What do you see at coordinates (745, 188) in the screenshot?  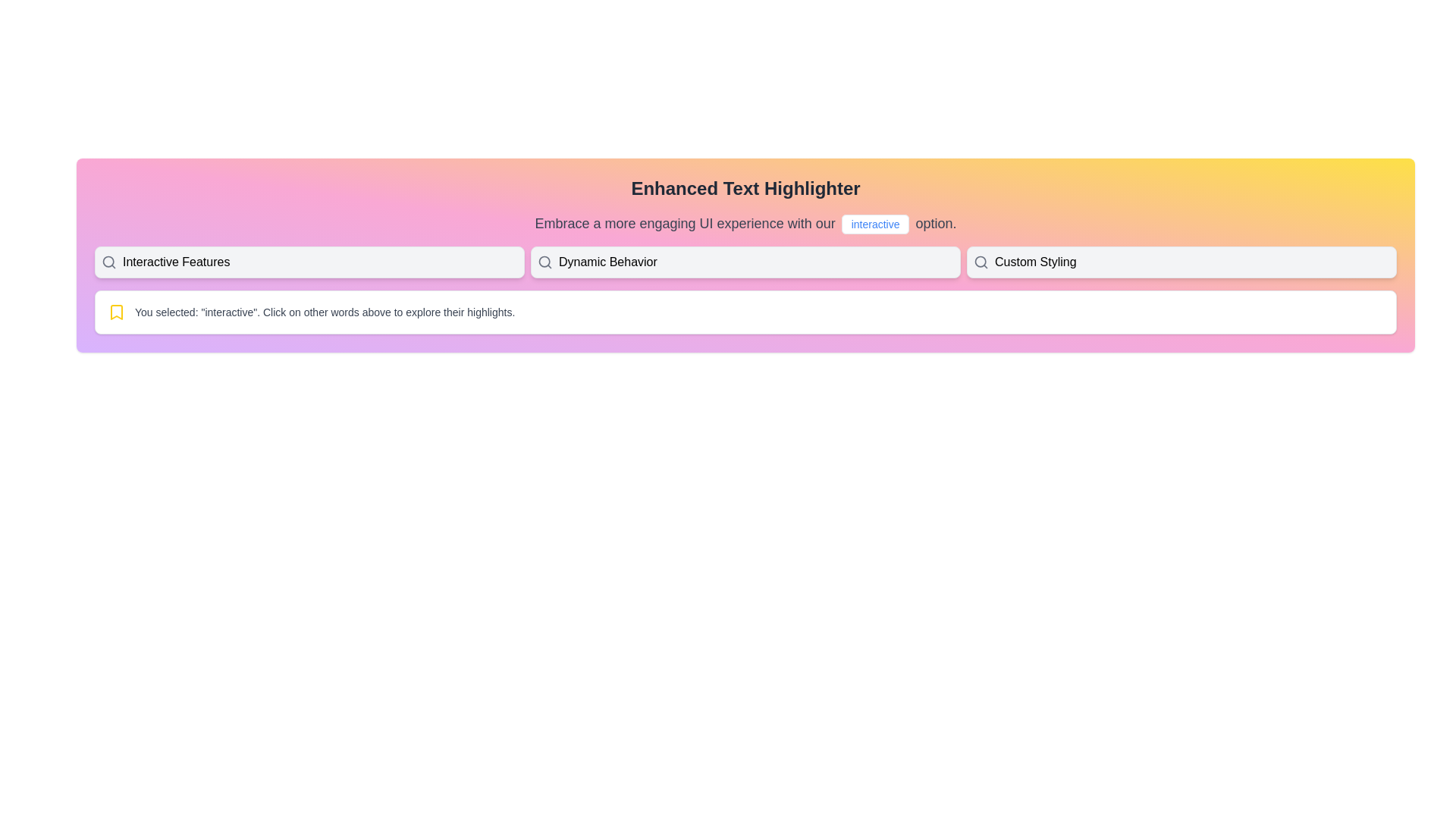 I see `the Text Label that serves as the header or title for the section, positioned at the top center of the interface, directly above a paragraph and other interactive elements` at bounding box center [745, 188].